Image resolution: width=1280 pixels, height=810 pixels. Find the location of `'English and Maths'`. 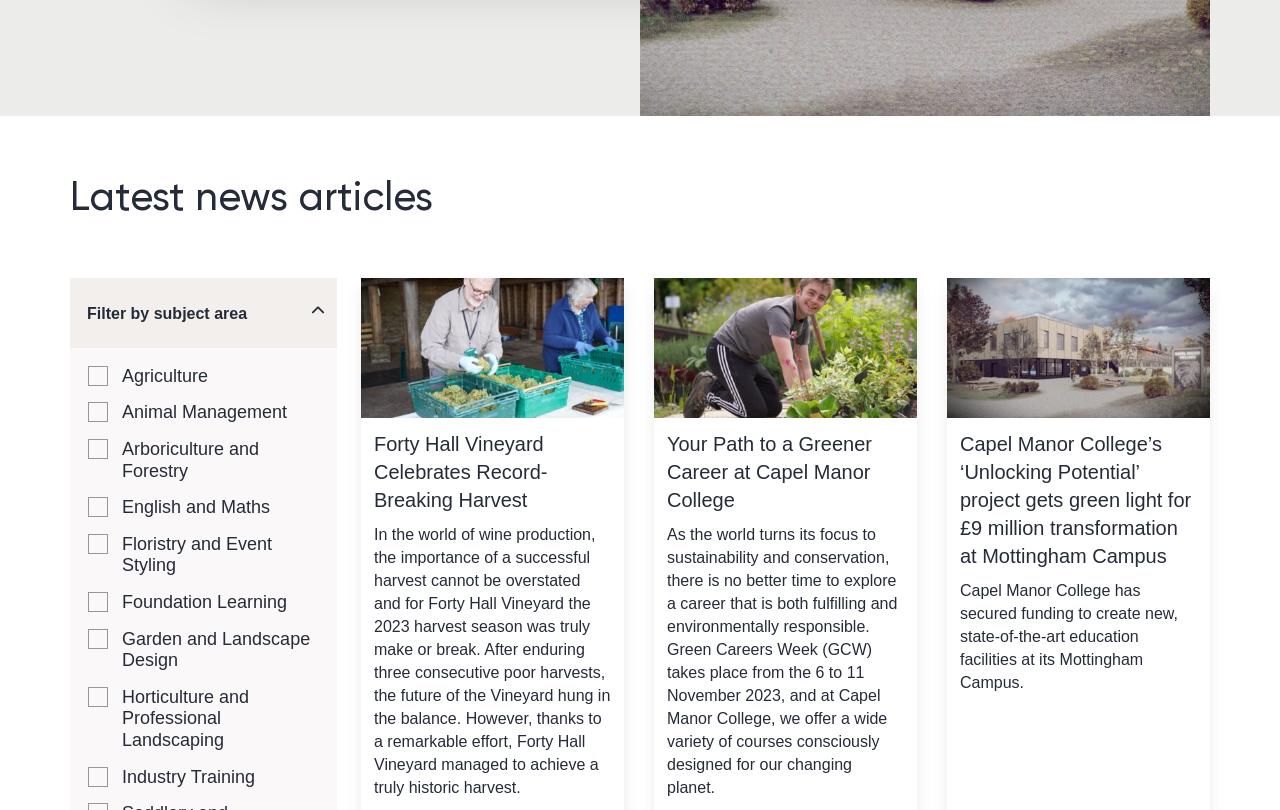

'English and Maths' is located at coordinates (120, 506).